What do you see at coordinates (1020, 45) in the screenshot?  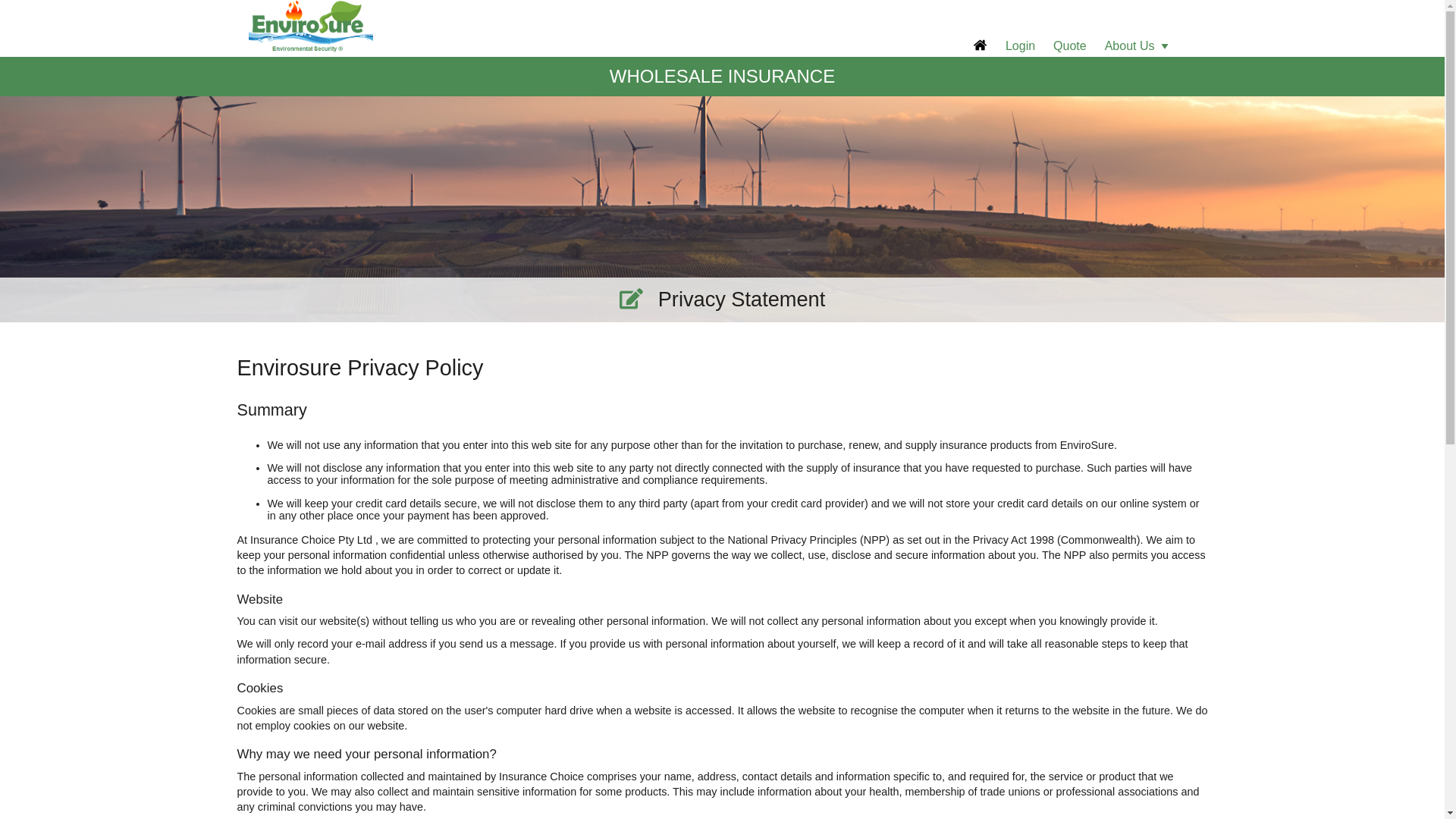 I see `'Login'` at bounding box center [1020, 45].